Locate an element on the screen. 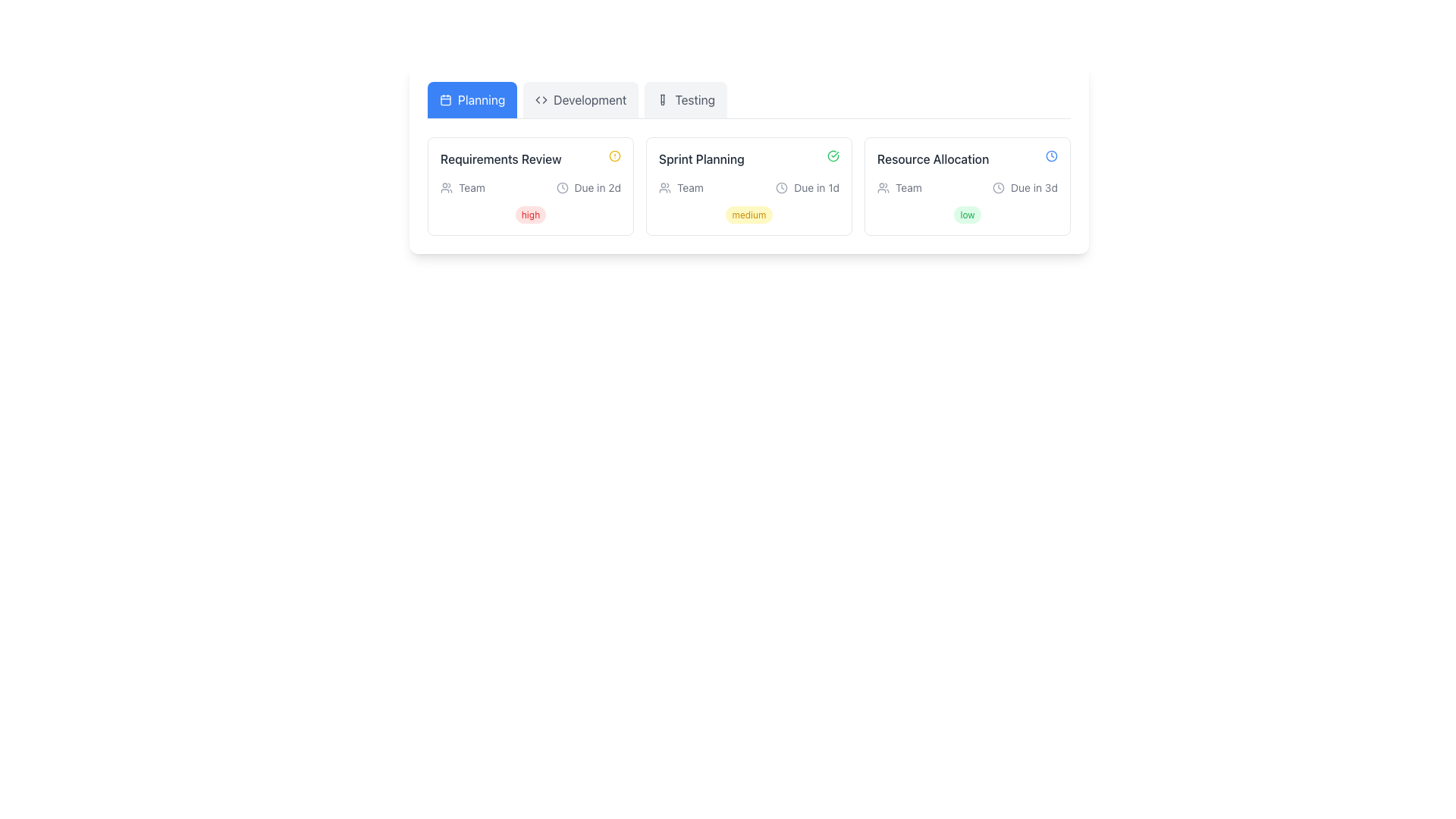  the SVG icon depicting two user figures, which represents a group or team, located to the left of the text 'Team' in the 'Resource Allocation' card under the 'Planning' category is located at coordinates (883, 187).